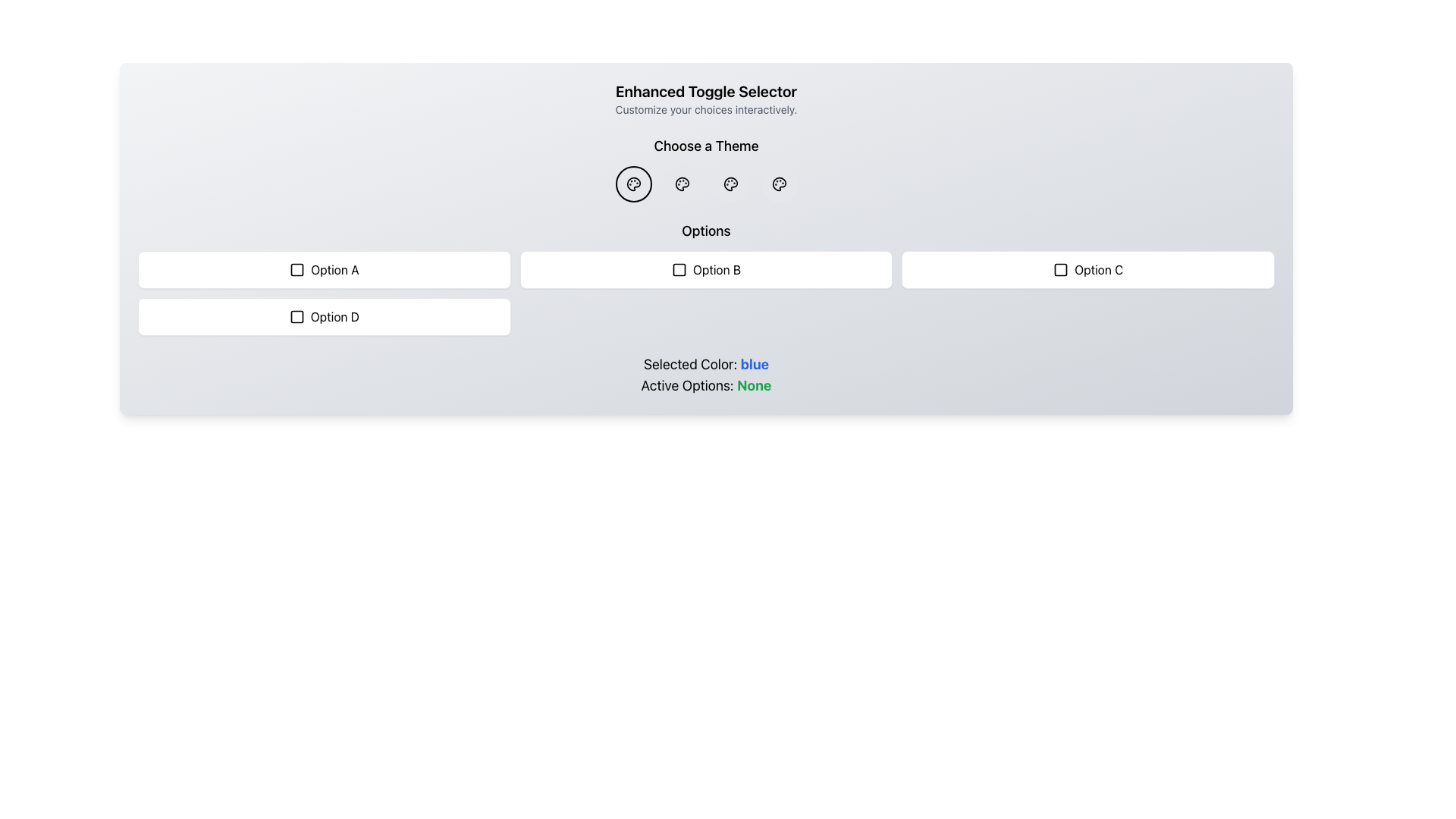  I want to click on the toggle button located above the label 'Option A', which is a small square-shaped button with rounded corners and a red border, so click(297, 268).